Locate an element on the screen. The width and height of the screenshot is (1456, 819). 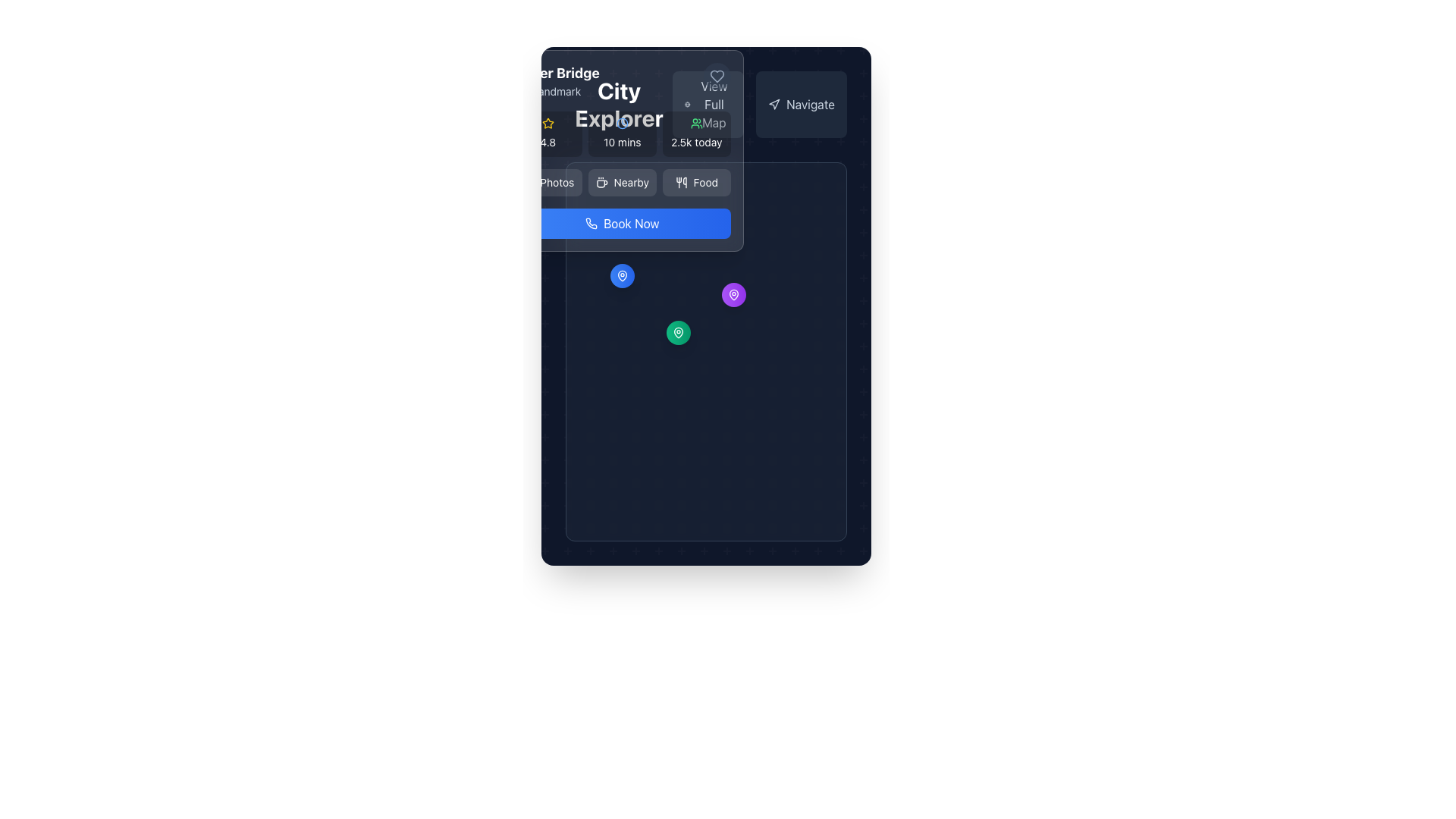
the map marker located towards the left-center area of the map interface to interact with it and view further details related to the marked location is located at coordinates (622, 276).